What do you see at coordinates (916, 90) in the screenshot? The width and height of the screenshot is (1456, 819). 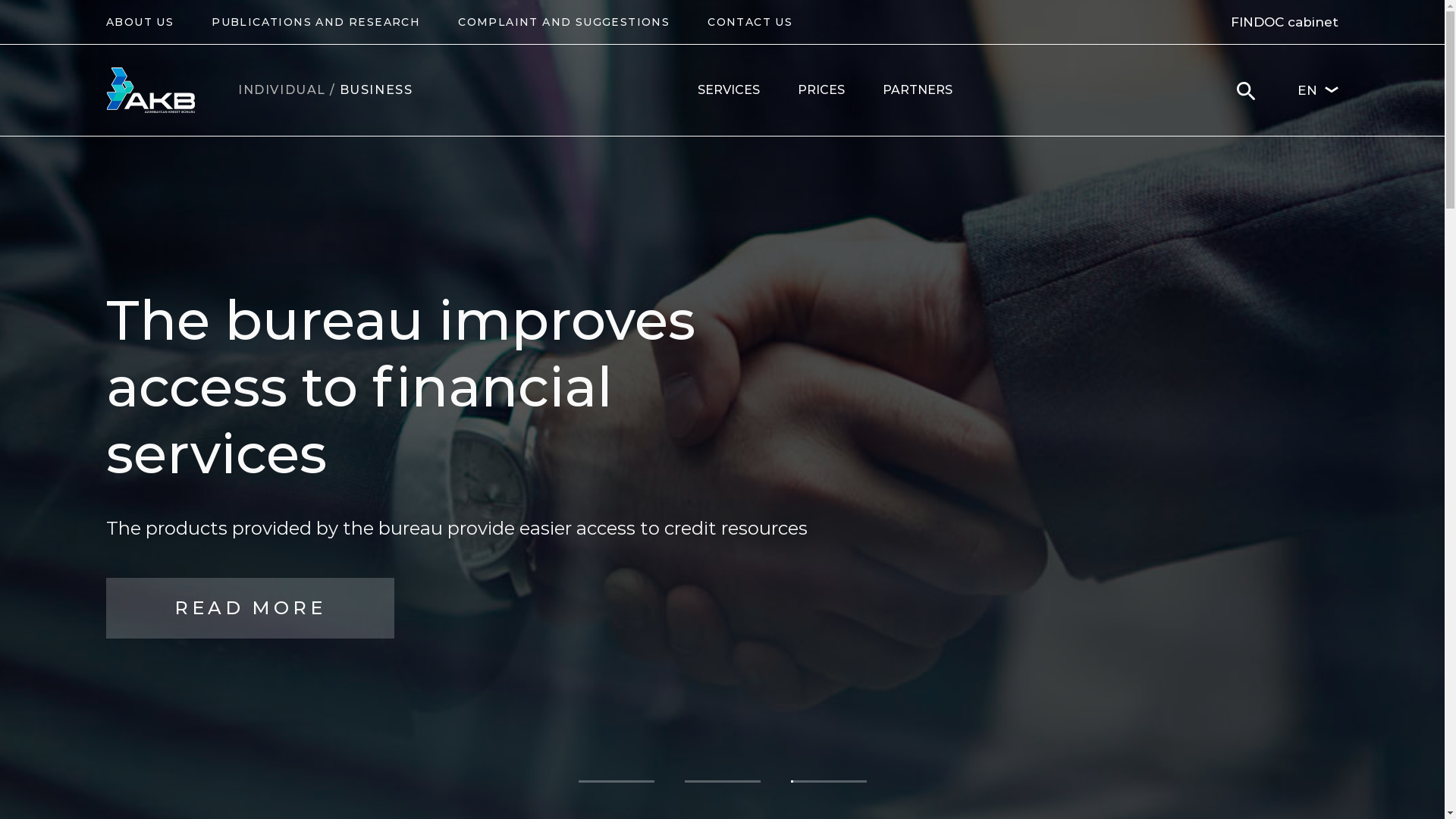 I see `'PARTNERS'` at bounding box center [916, 90].